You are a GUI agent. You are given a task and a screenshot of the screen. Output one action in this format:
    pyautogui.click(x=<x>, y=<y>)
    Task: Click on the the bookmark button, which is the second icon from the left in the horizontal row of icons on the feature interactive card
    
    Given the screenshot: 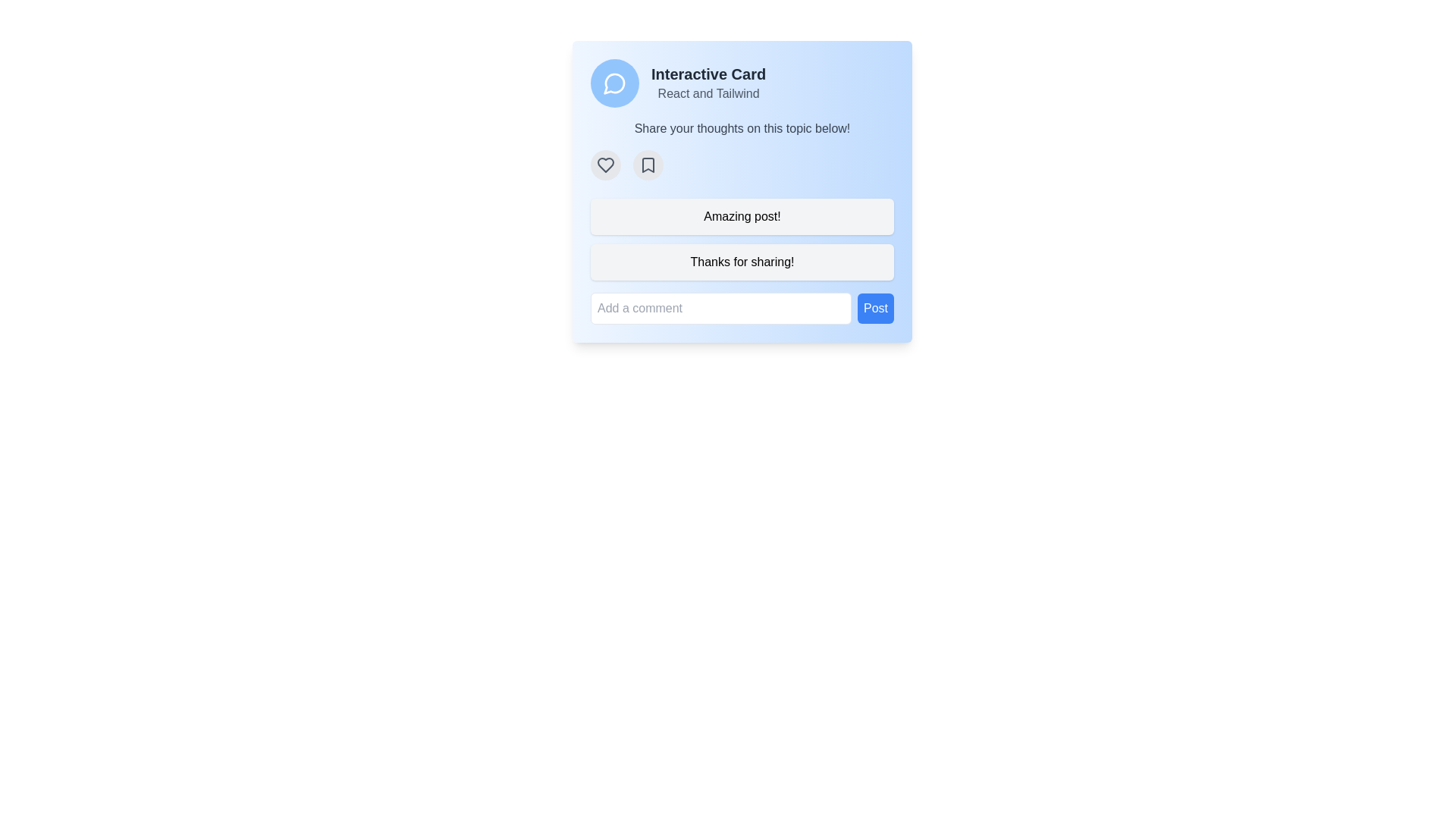 What is the action you would take?
    pyautogui.click(x=648, y=165)
    